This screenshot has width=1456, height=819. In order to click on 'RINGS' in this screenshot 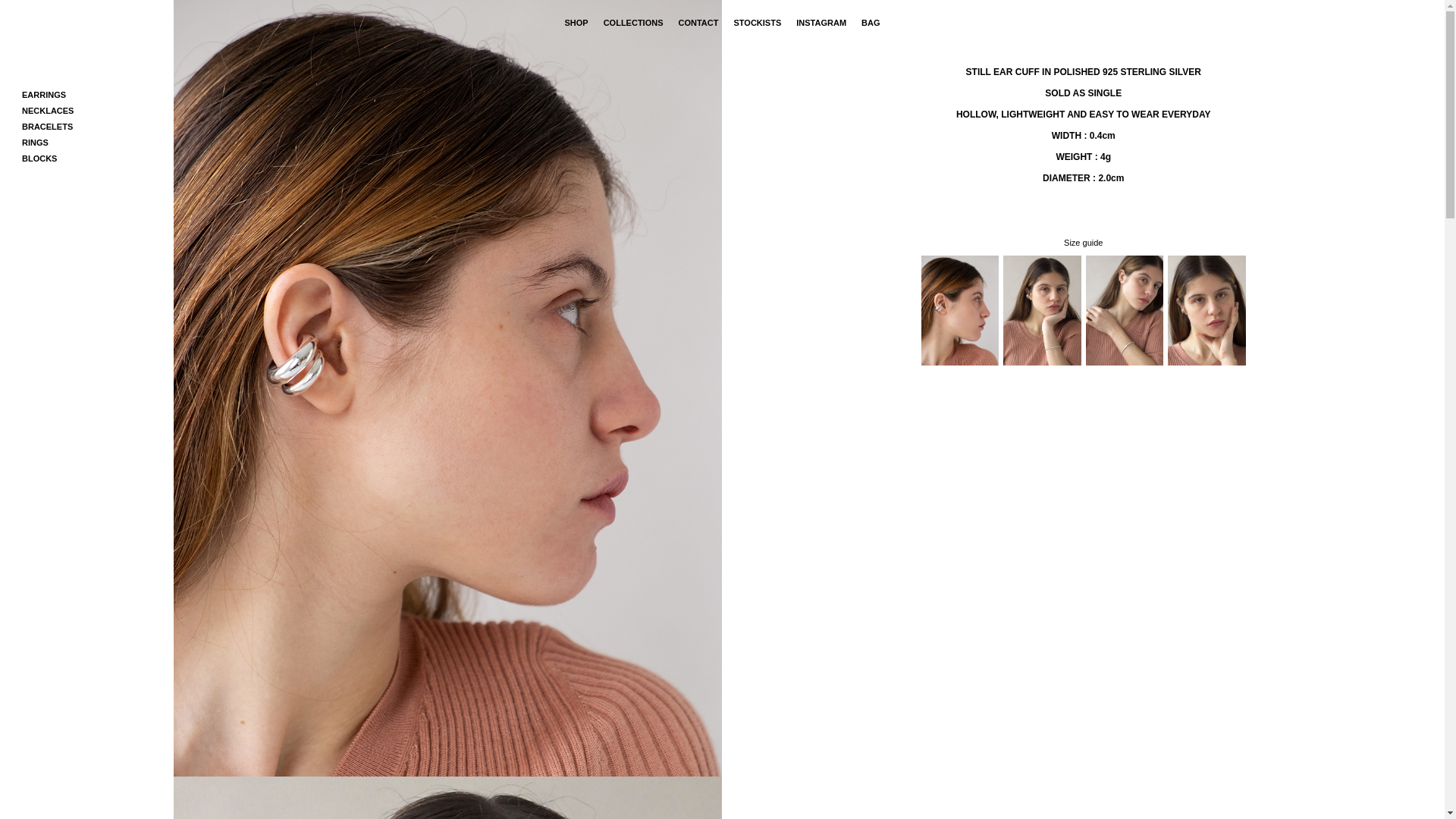, I will do `click(35, 143)`.